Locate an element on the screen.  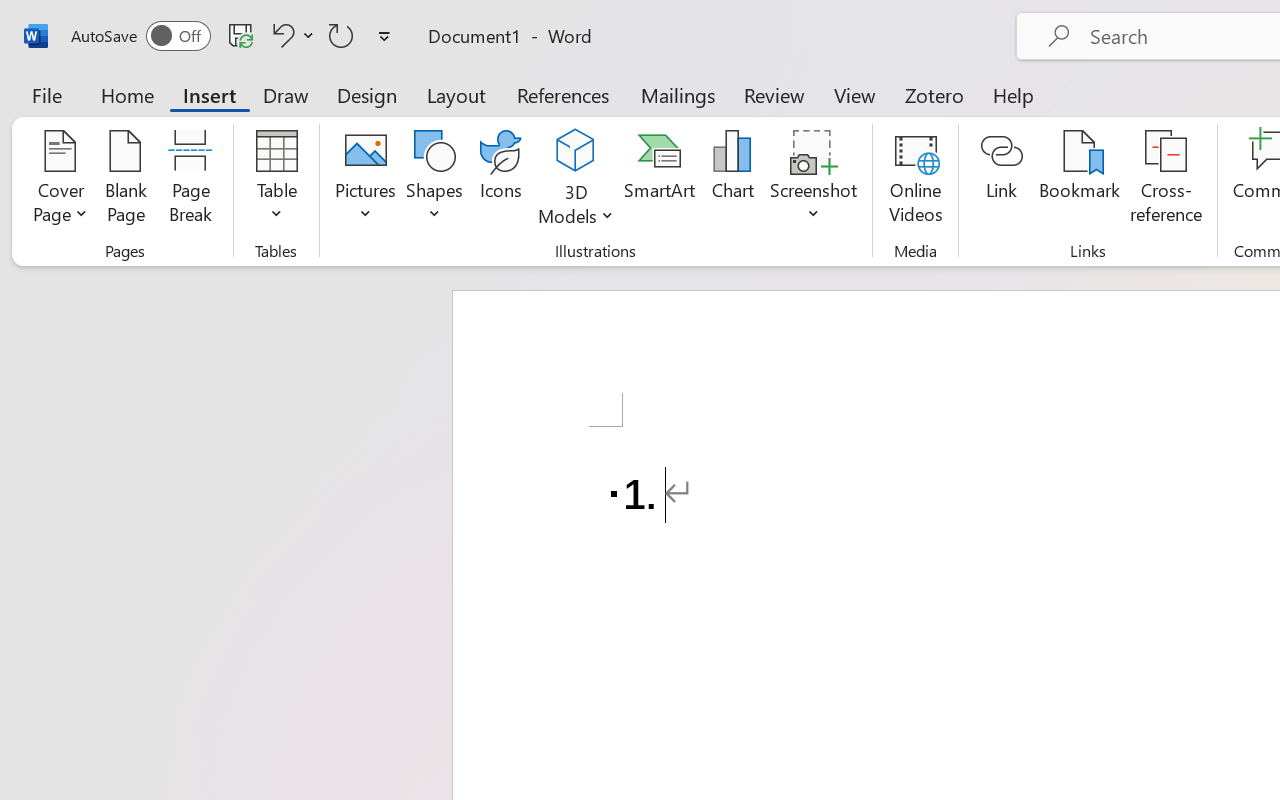
'Link' is located at coordinates (1002, 179).